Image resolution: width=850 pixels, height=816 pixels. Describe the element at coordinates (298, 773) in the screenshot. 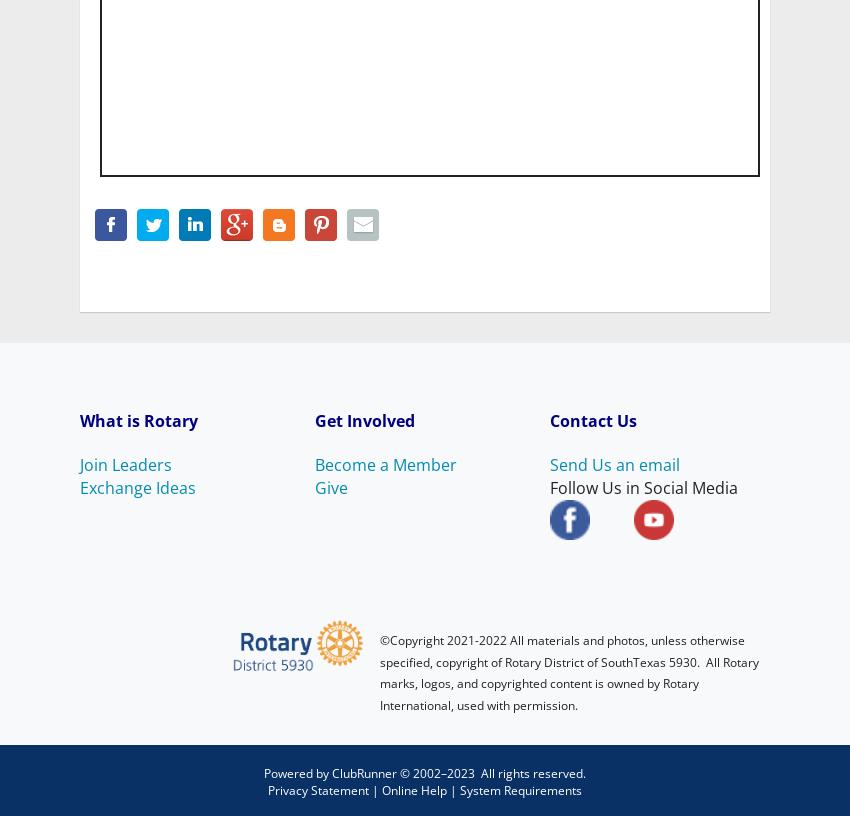

I see `'Powered by'` at that location.